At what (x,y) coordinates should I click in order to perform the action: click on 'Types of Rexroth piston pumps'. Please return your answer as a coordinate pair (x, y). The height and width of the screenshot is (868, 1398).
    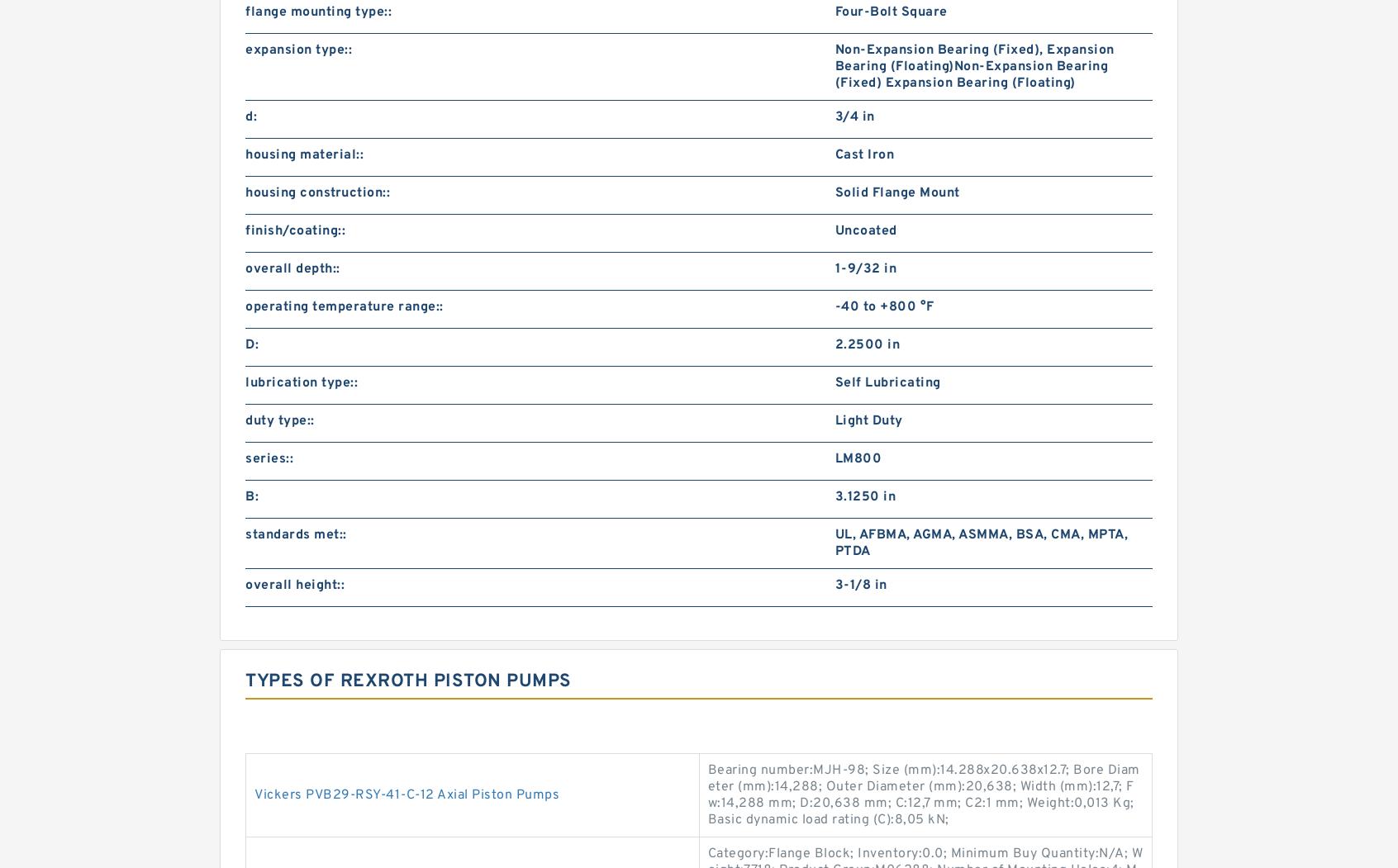
    Looking at the image, I should click on (408, 681).